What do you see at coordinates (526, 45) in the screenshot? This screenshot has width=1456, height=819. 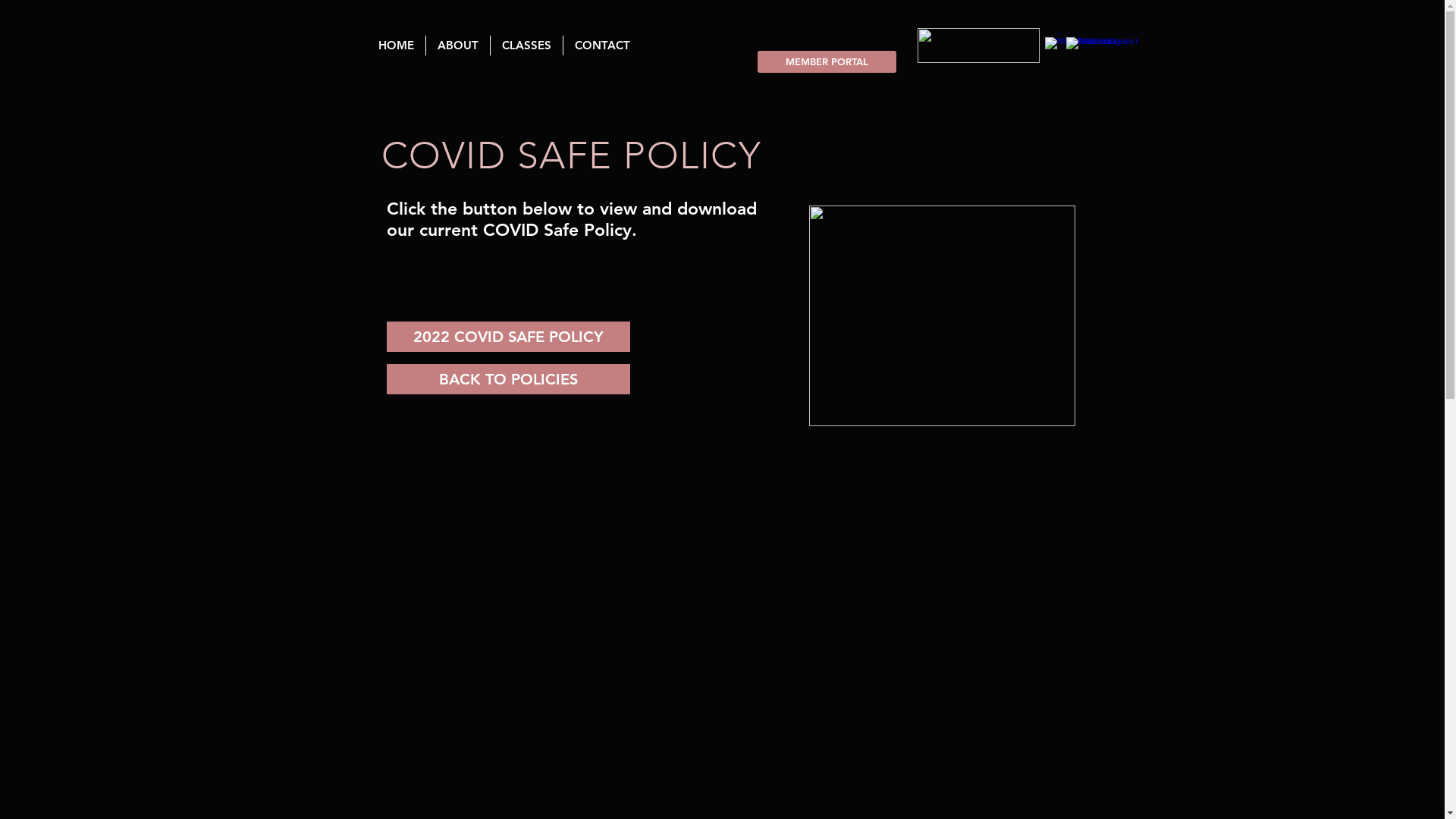 I see `'CLASSES'` at bounding box center [526, 45].